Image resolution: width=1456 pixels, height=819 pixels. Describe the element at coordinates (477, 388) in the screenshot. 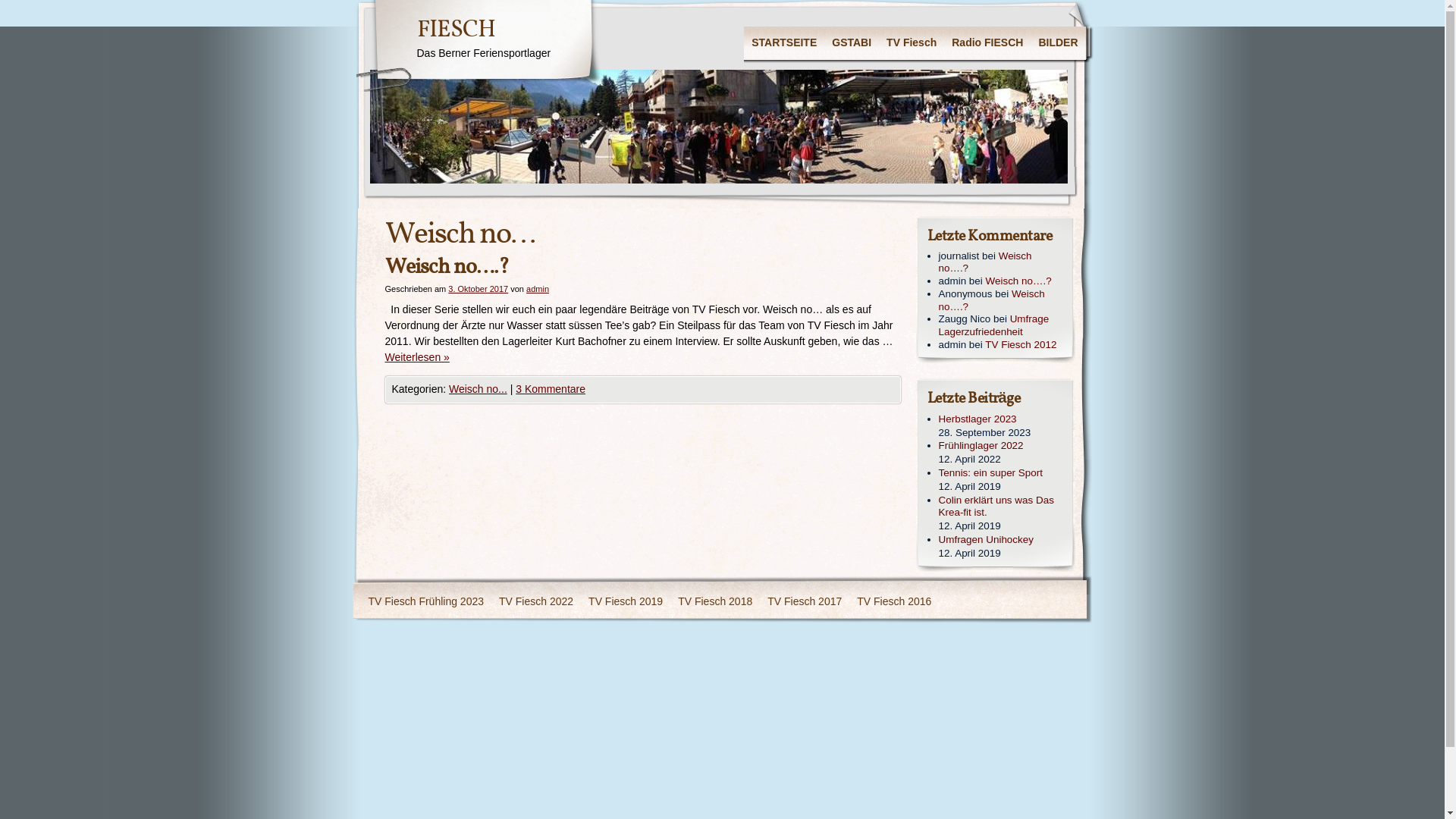

I see `'Weisch no...'` at that location.